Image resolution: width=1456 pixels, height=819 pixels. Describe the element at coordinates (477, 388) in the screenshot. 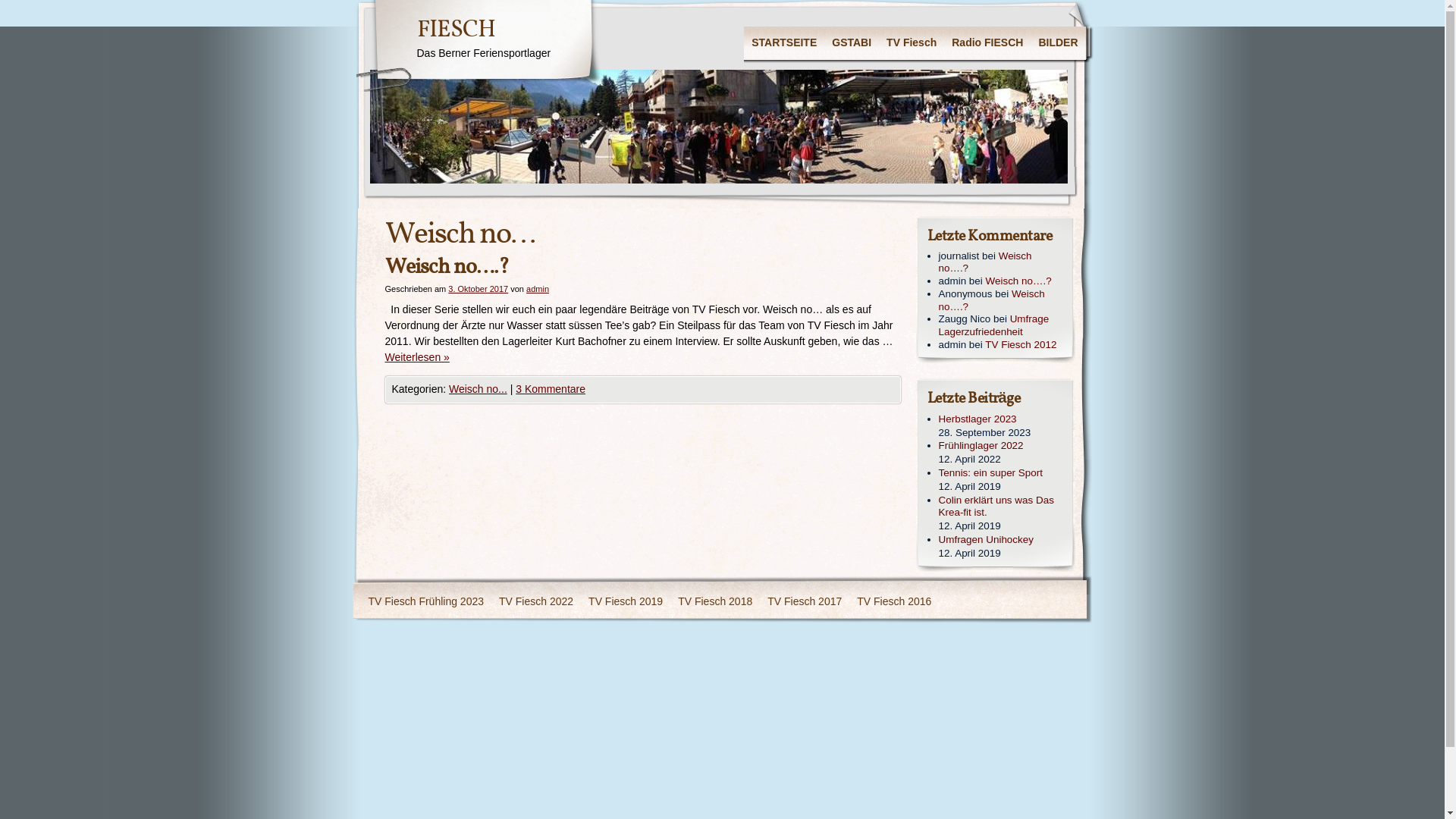

I see `'Weisch no...'` at that location.